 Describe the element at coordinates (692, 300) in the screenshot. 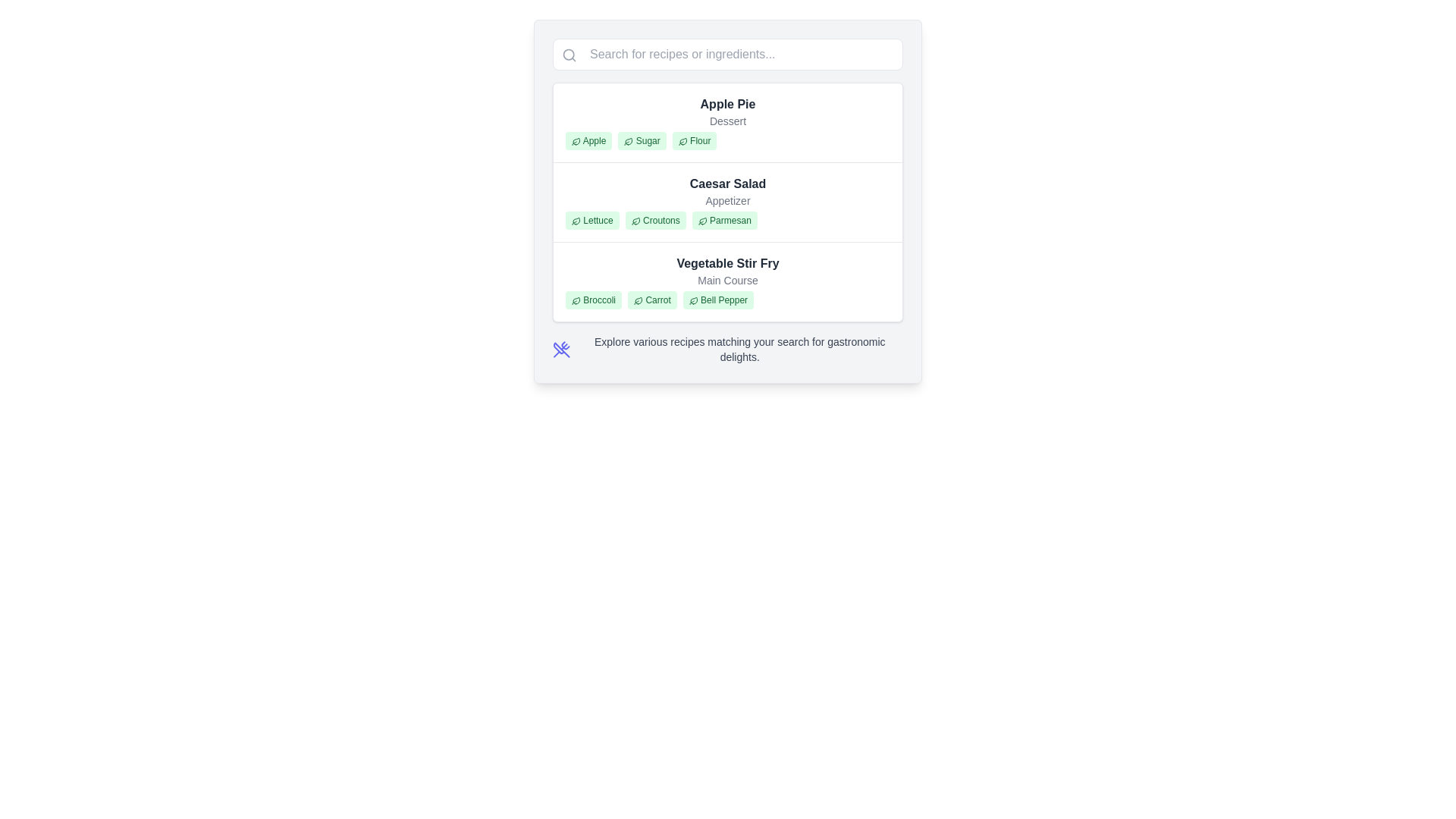

I see `the decorative icon representing 'Bell Pepper' within the 'Vegetable Stir Fry' section of the green label` at that location.